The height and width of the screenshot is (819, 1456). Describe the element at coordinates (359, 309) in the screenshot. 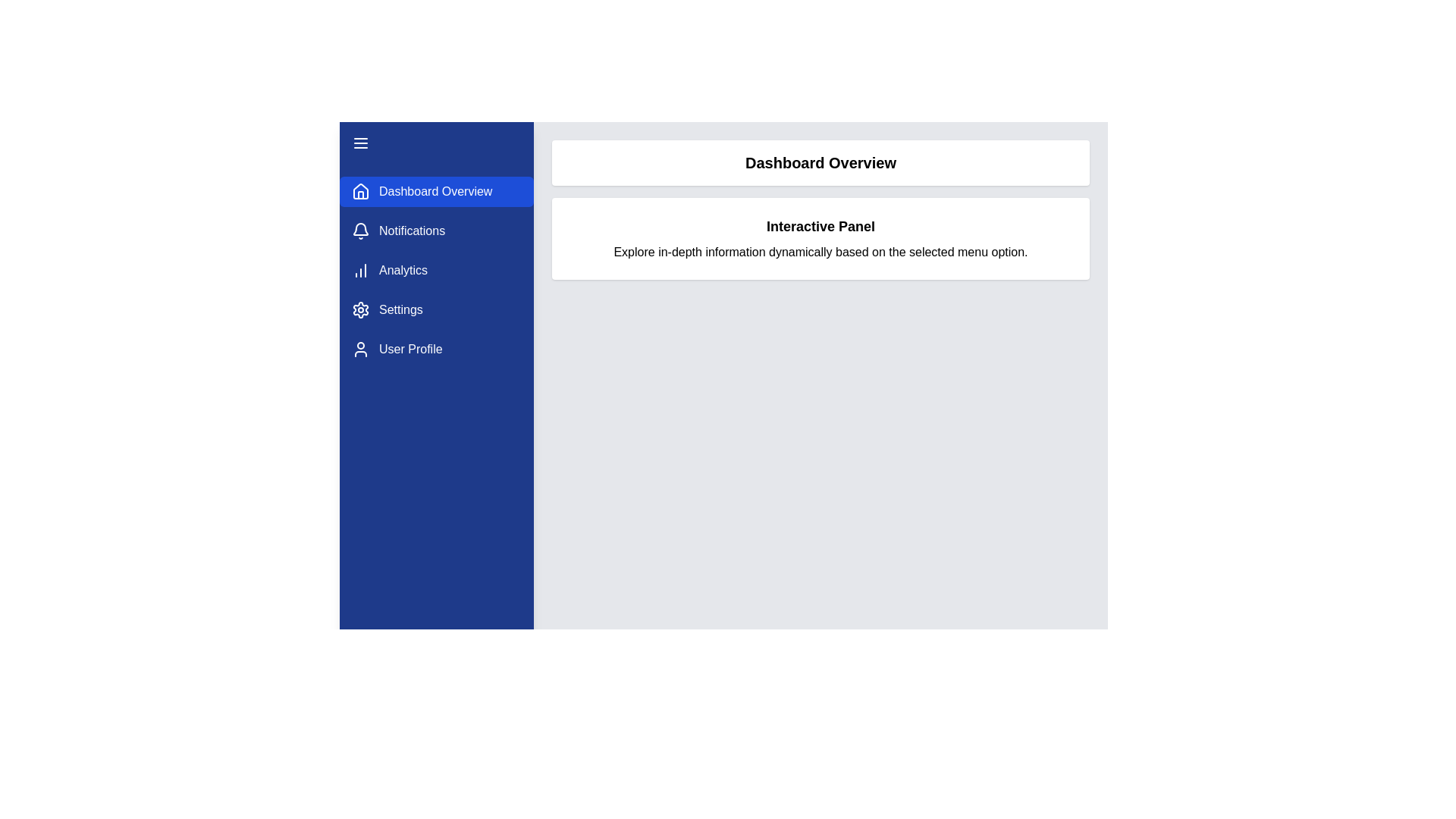

I see `the 'Settings' icon in the sidebar menu` at that location.